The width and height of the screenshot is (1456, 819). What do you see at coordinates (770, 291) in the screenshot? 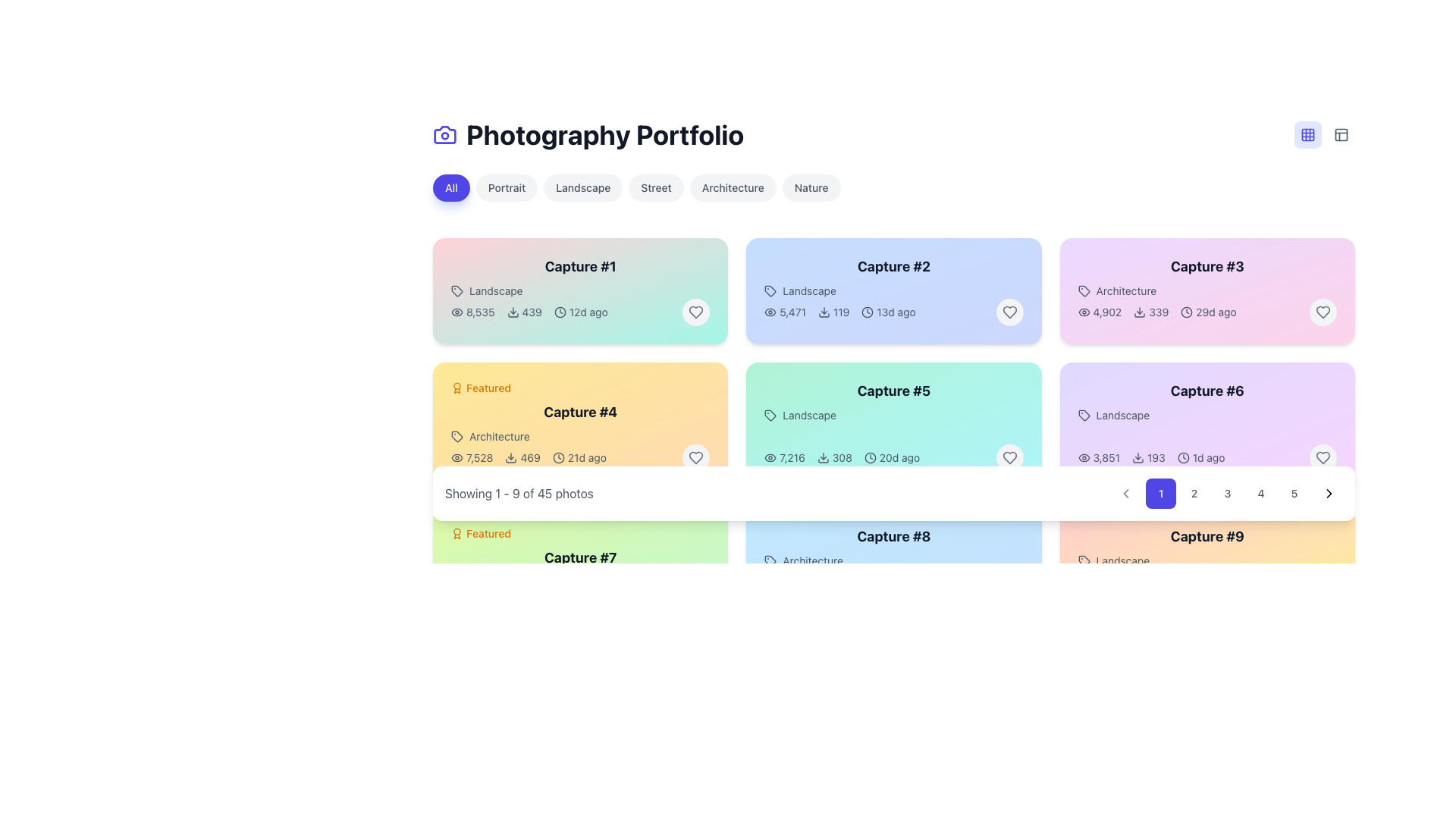
I see `the small tag icon, which is styled with SVG and positioned to the left of the word 'Landscape' in the details of the second photo card in the second row of the portfolio grid` at bounding box center [770, 291].